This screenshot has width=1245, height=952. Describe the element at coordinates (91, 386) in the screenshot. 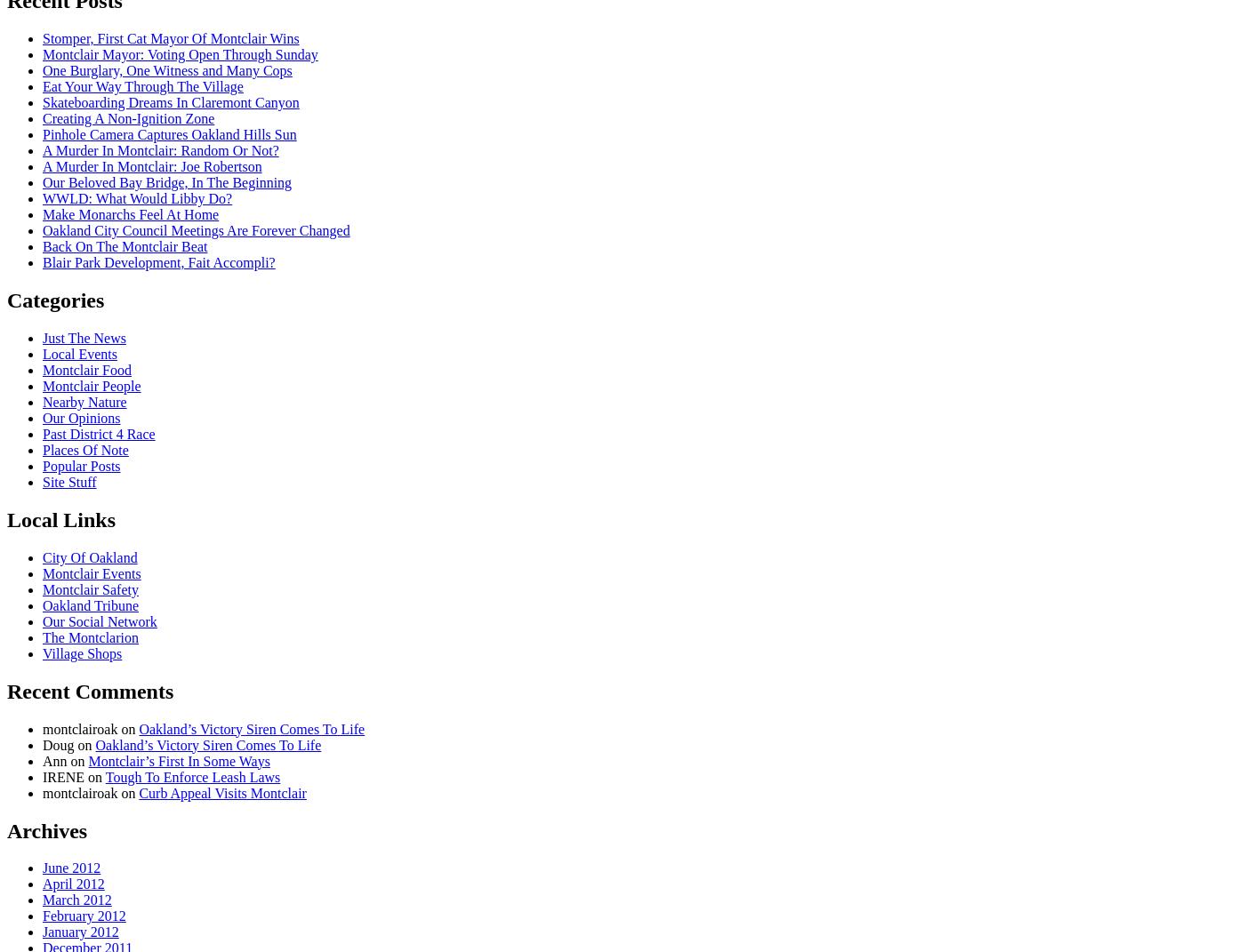

I see `'Montclair People'` at that location.